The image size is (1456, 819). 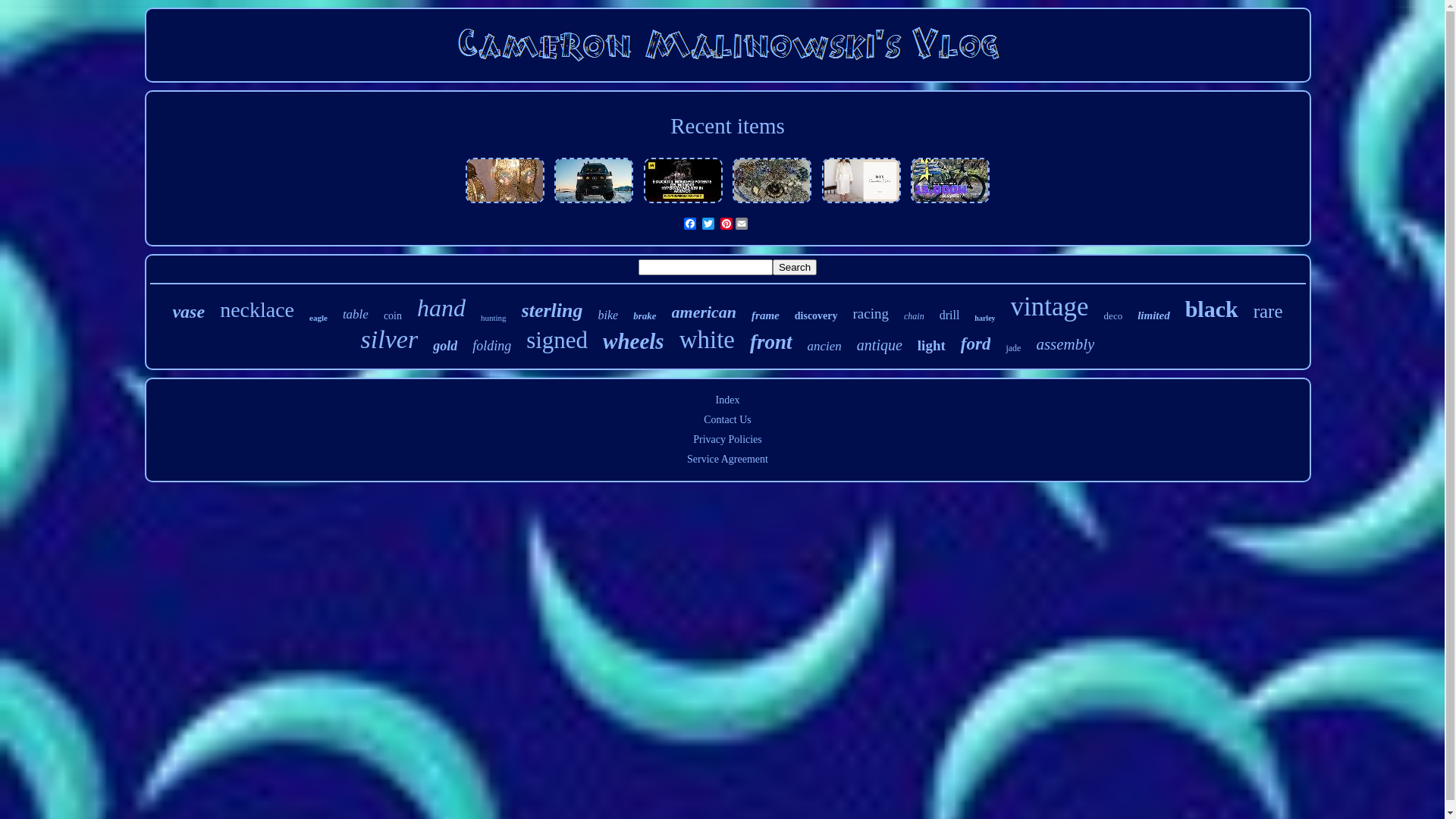 I want to click on 'racing', so click(x=871, y=312).